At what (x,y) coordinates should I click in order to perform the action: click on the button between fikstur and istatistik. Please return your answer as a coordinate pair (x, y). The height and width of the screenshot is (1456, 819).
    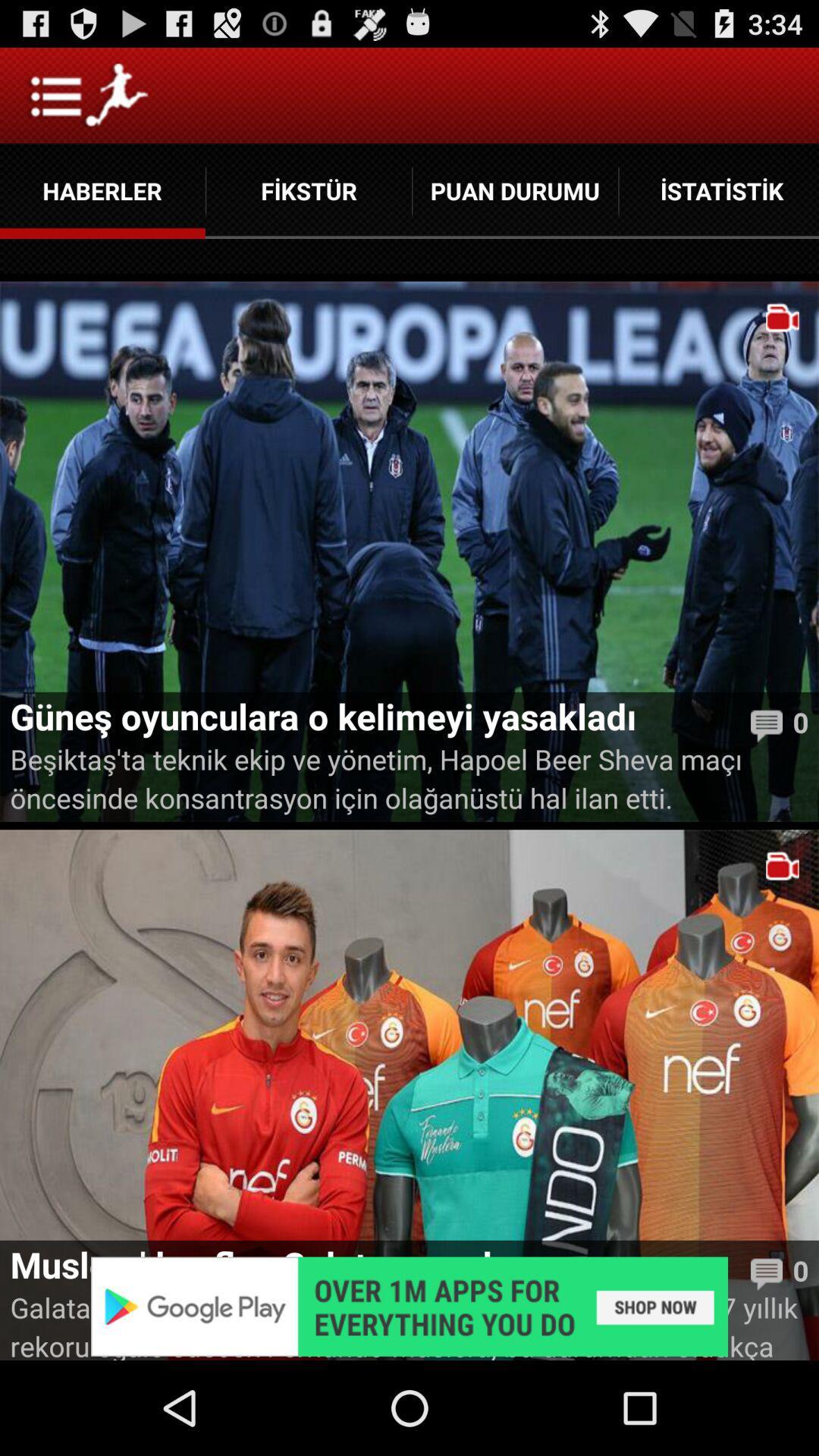
    Looking at the image, I should click on (514, 190).